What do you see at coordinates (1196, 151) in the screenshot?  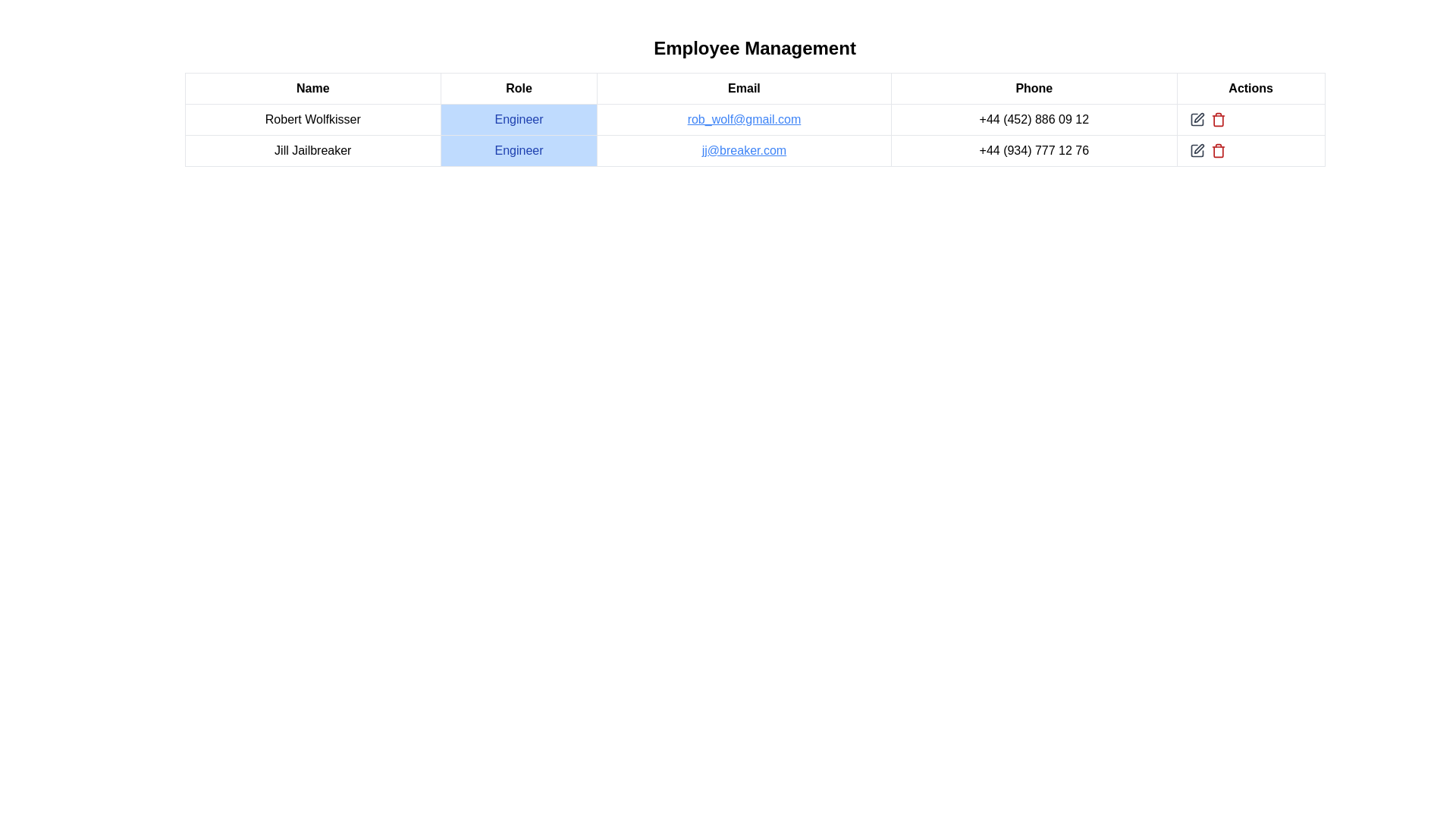 I see `the pencil icon button in the Actions column of the second row` at bounding box center [1196, 151].